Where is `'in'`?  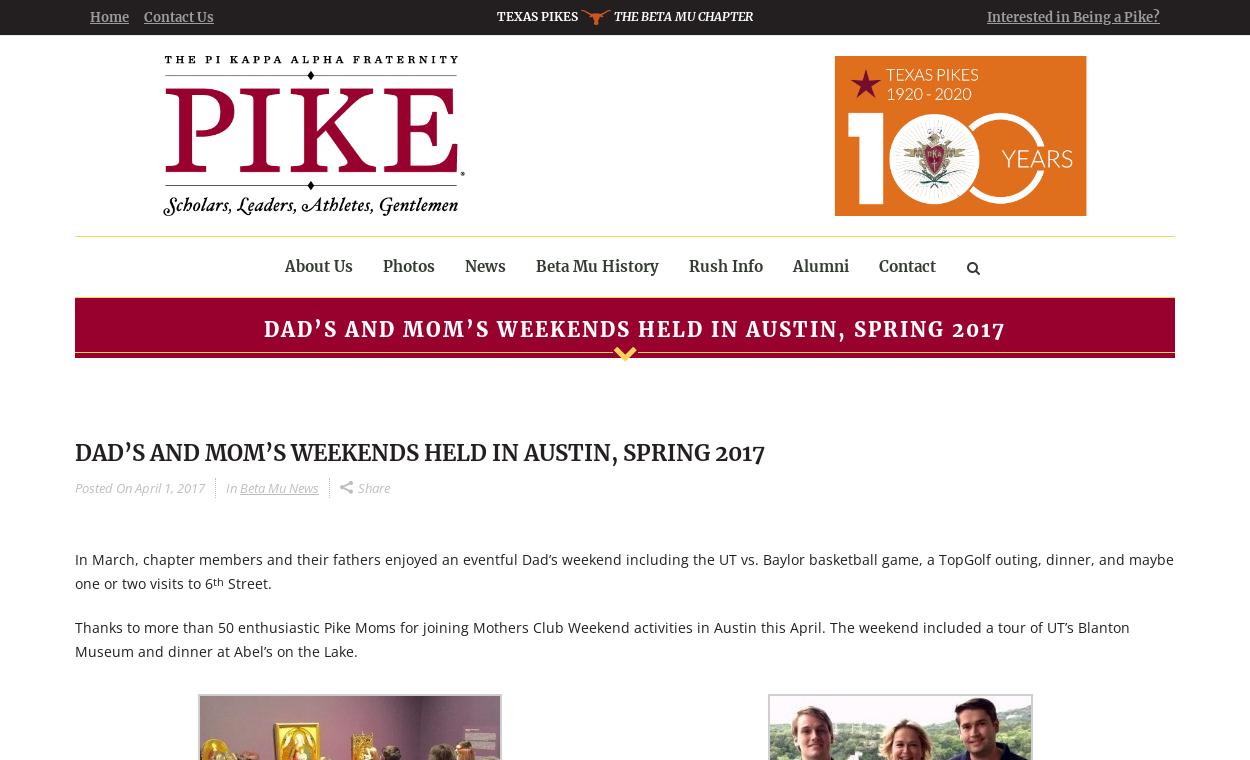
'in' is located at coordinates (224, 487).